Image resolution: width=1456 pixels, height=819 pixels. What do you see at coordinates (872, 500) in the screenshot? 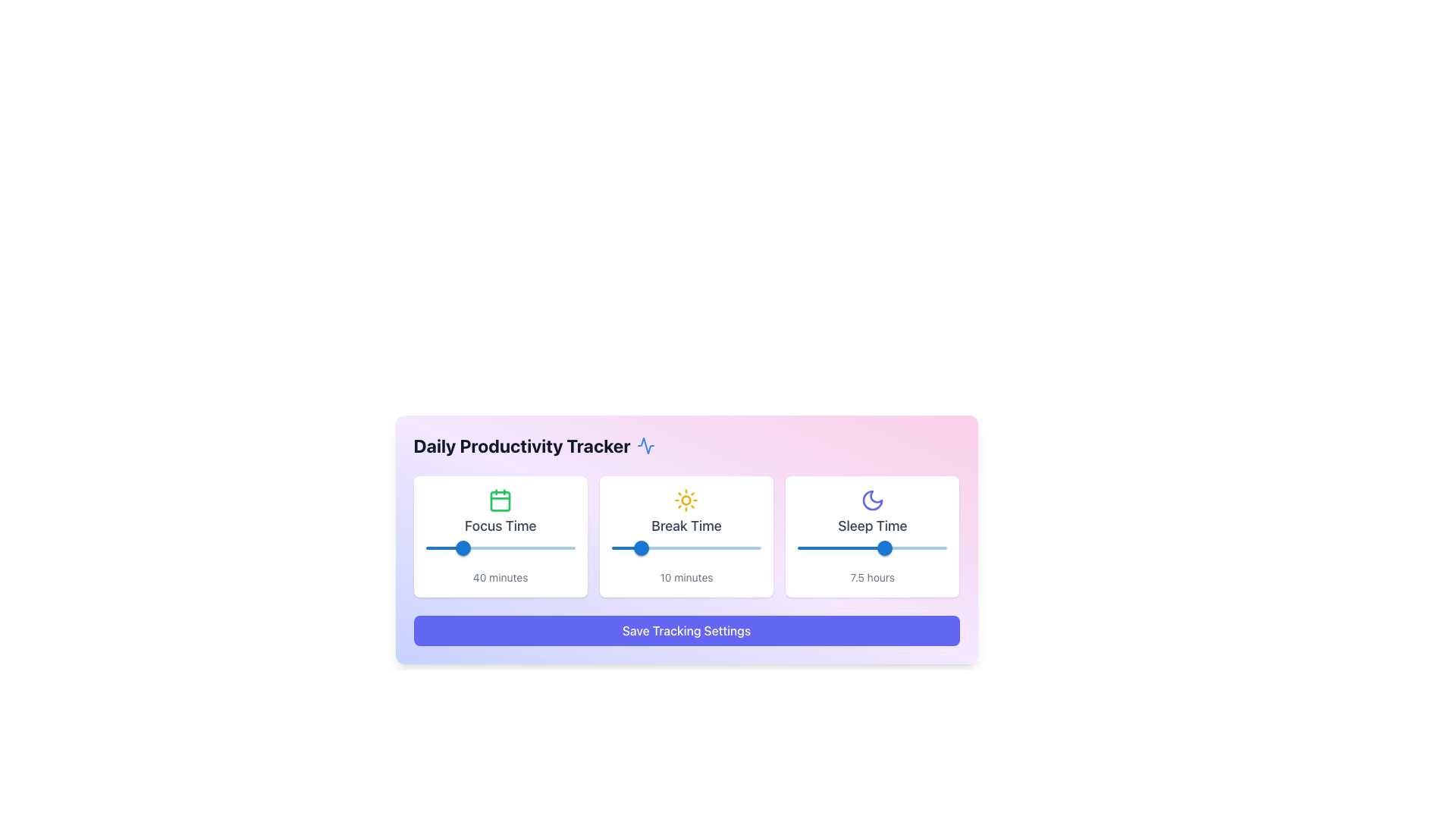
I see `the crescent moon icon with an indigo stroke outline, which represents the Sleep Time section in the productivity tracker interface, located above the 'Sleep Time' label` at bounding box center [872, 500].